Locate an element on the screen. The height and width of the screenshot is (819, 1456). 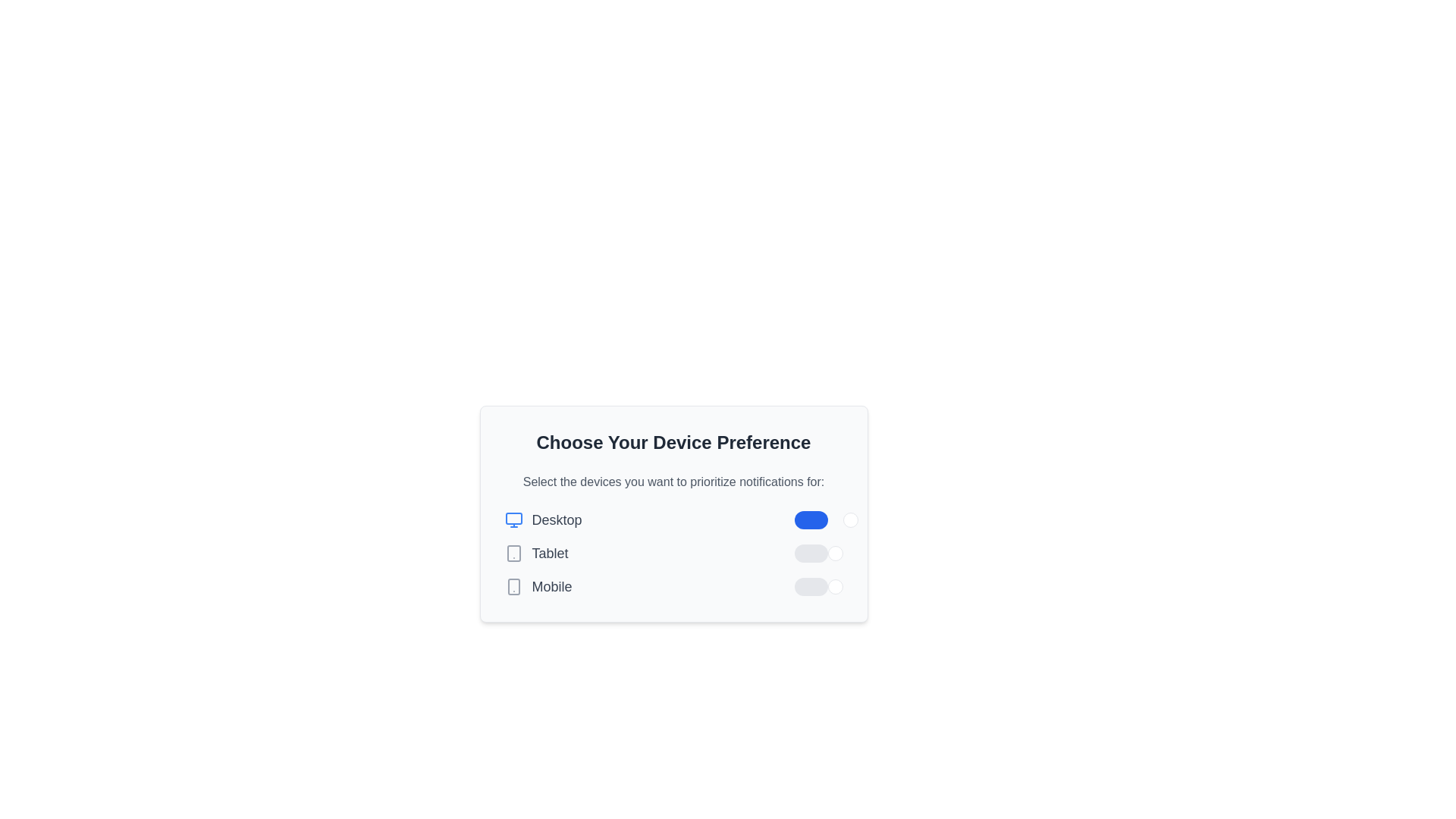
the toggle switch for 'Mobile' notifications, located below 'Desktop' and 'Tablet' in the settings is located at coordinates (817, 586).